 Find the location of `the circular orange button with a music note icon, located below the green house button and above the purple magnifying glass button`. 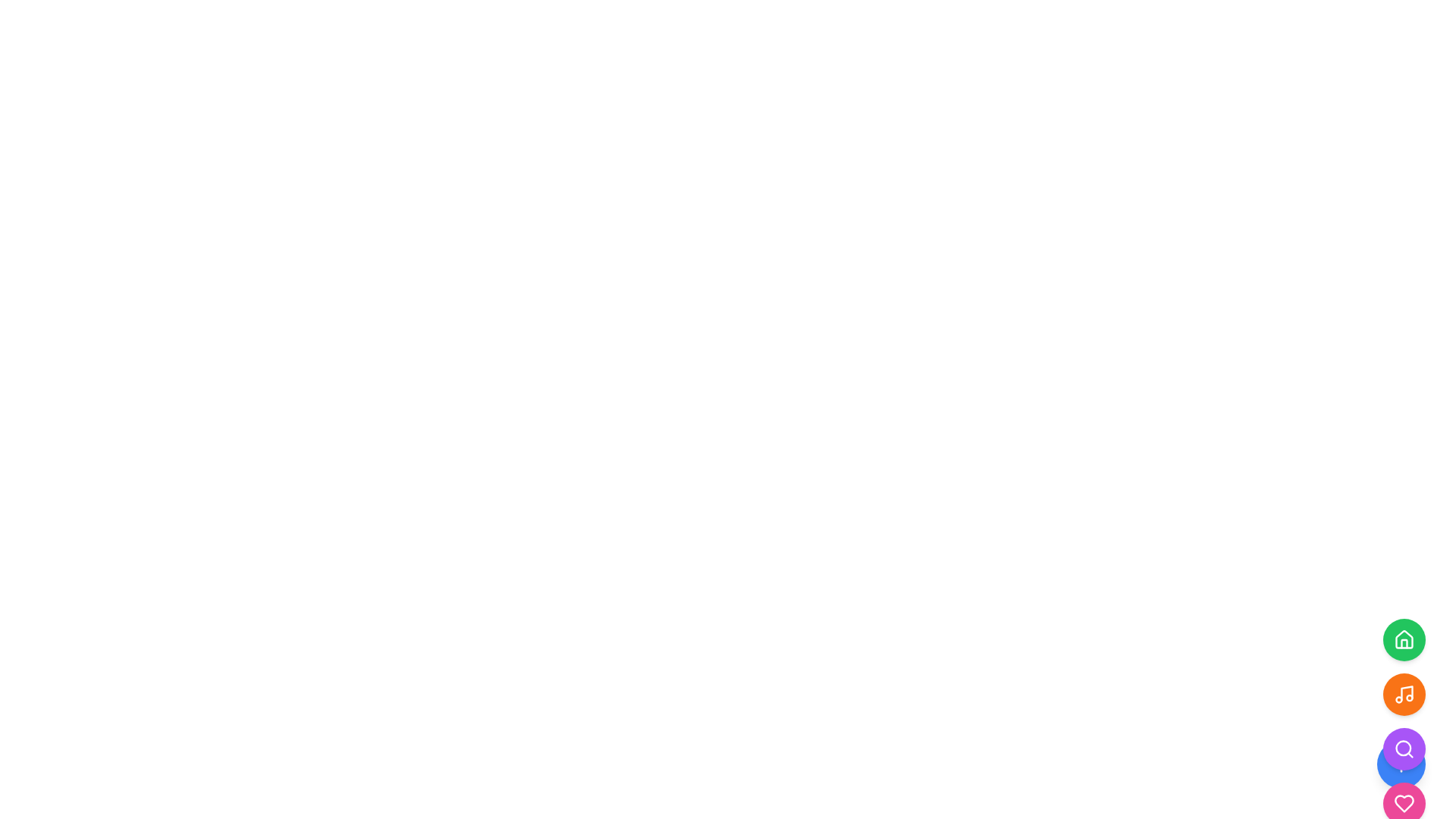

the circular orange button with a music note icon, located below the green house button and above the purple magnifying glass button is located at coordinates (1404, 694).